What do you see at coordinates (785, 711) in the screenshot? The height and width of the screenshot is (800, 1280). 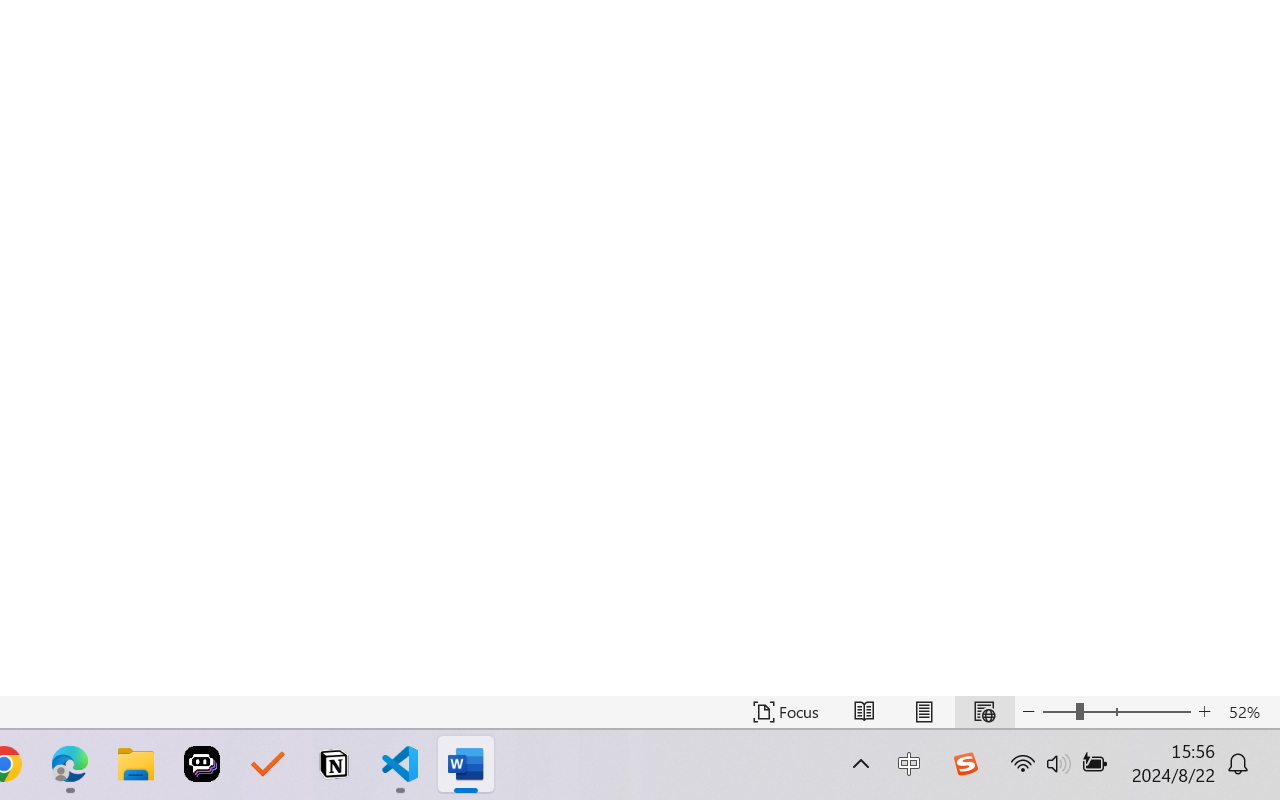 I see `'Focus '` at bounding box center [785, 711].